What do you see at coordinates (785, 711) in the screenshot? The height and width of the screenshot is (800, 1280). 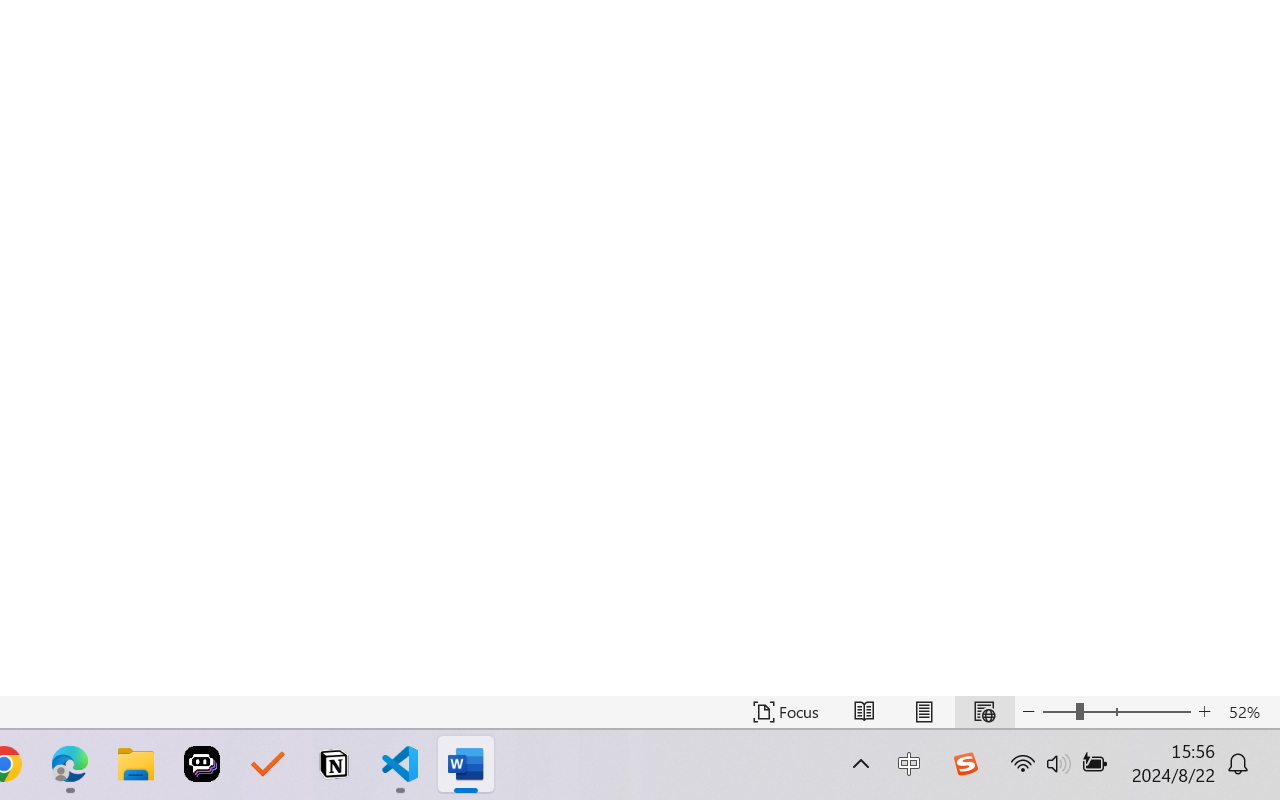 I see `'Focus '` at bounding box center [785, 711].